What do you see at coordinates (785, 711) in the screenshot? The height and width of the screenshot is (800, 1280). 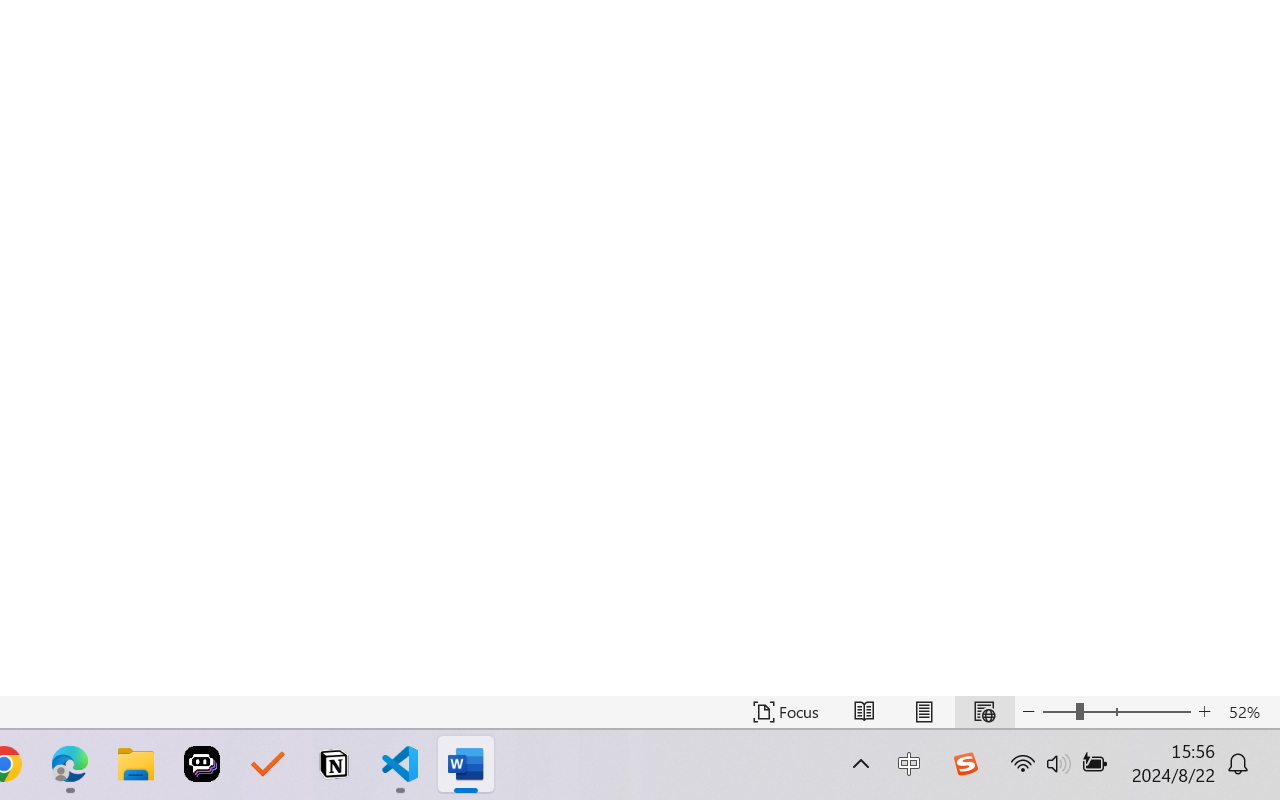 I see `'Focus '` at bounding box center [785, 711].